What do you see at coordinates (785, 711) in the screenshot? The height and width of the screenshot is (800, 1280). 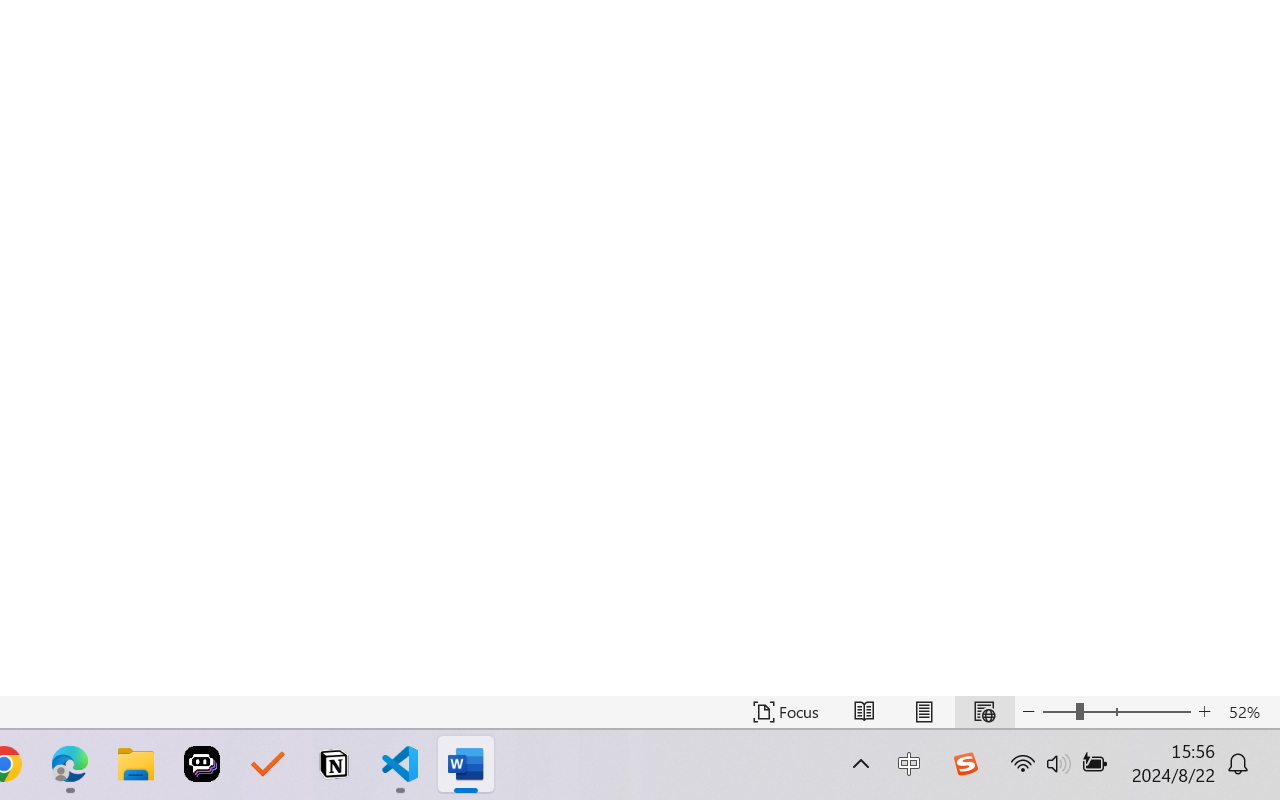 I see `'Focus '` at bounding box center [785, 711].